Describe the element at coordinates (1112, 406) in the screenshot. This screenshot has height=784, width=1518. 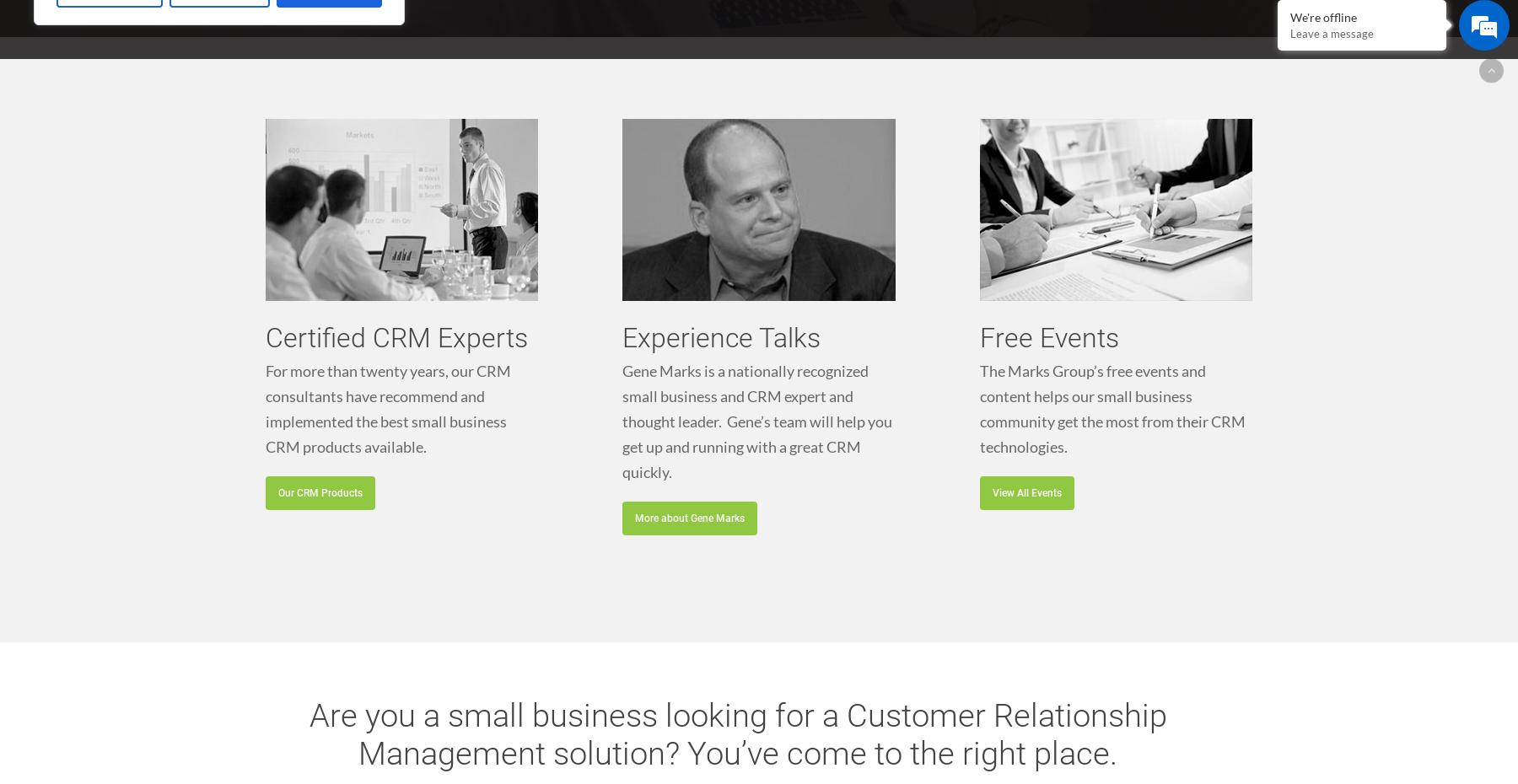
I see `'The Marks Group’s free events and content helps our small business community get the most from their CRM technologies.'` at that location.